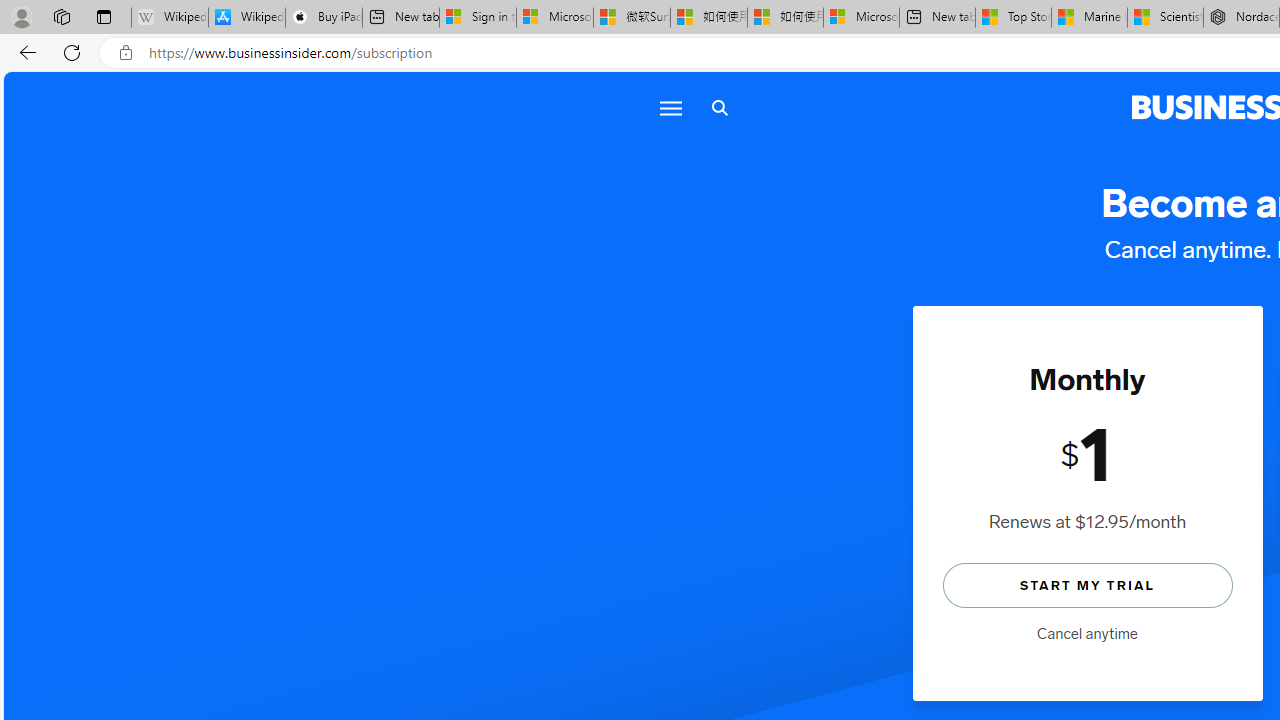  Describe the element at coordinates (670, 108) in the screenshot. I see `'Menu icon'` at that location.